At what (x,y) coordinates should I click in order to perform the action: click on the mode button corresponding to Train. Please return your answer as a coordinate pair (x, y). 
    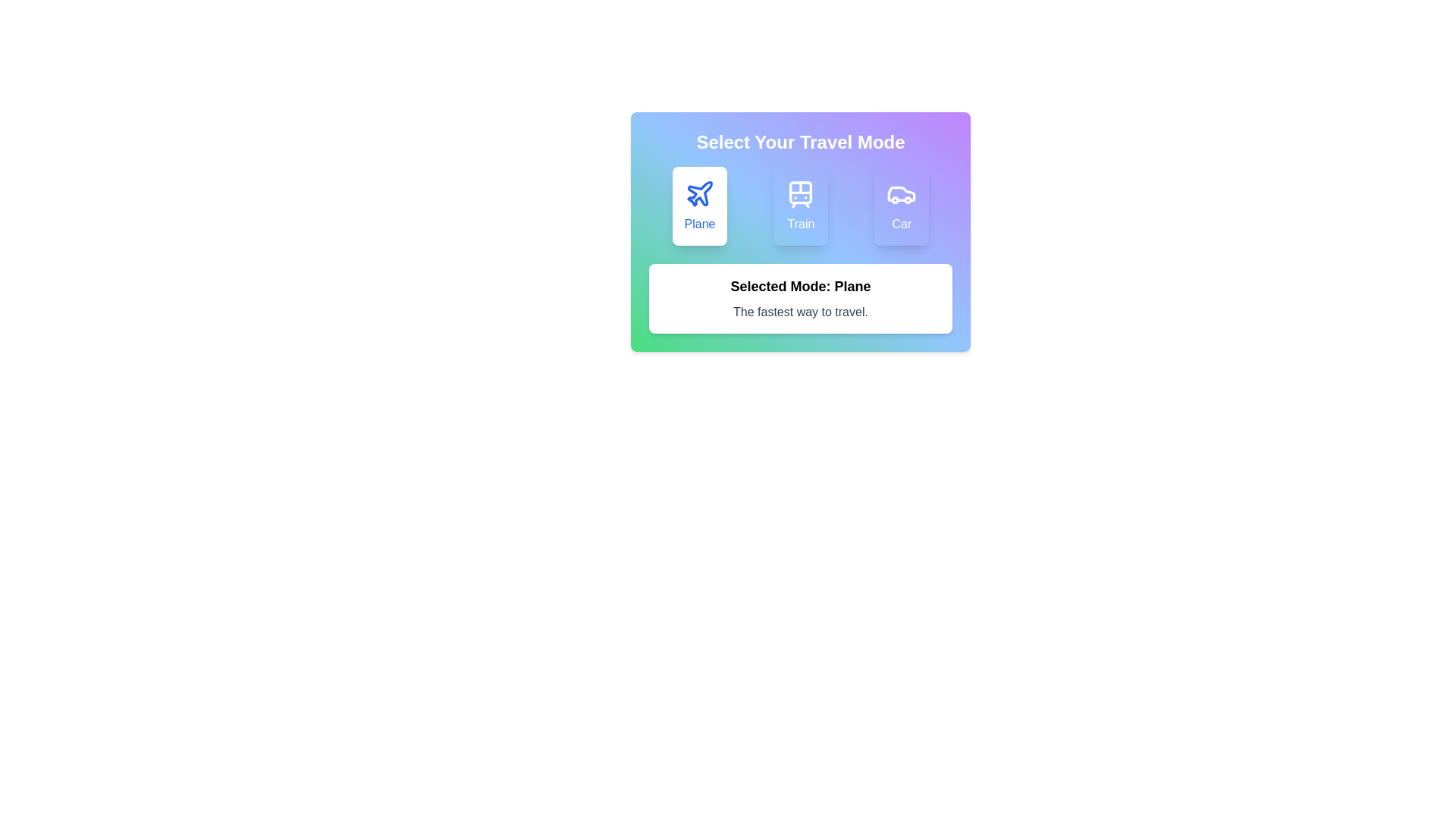
    Looking at the image, I should click on (800, 206).